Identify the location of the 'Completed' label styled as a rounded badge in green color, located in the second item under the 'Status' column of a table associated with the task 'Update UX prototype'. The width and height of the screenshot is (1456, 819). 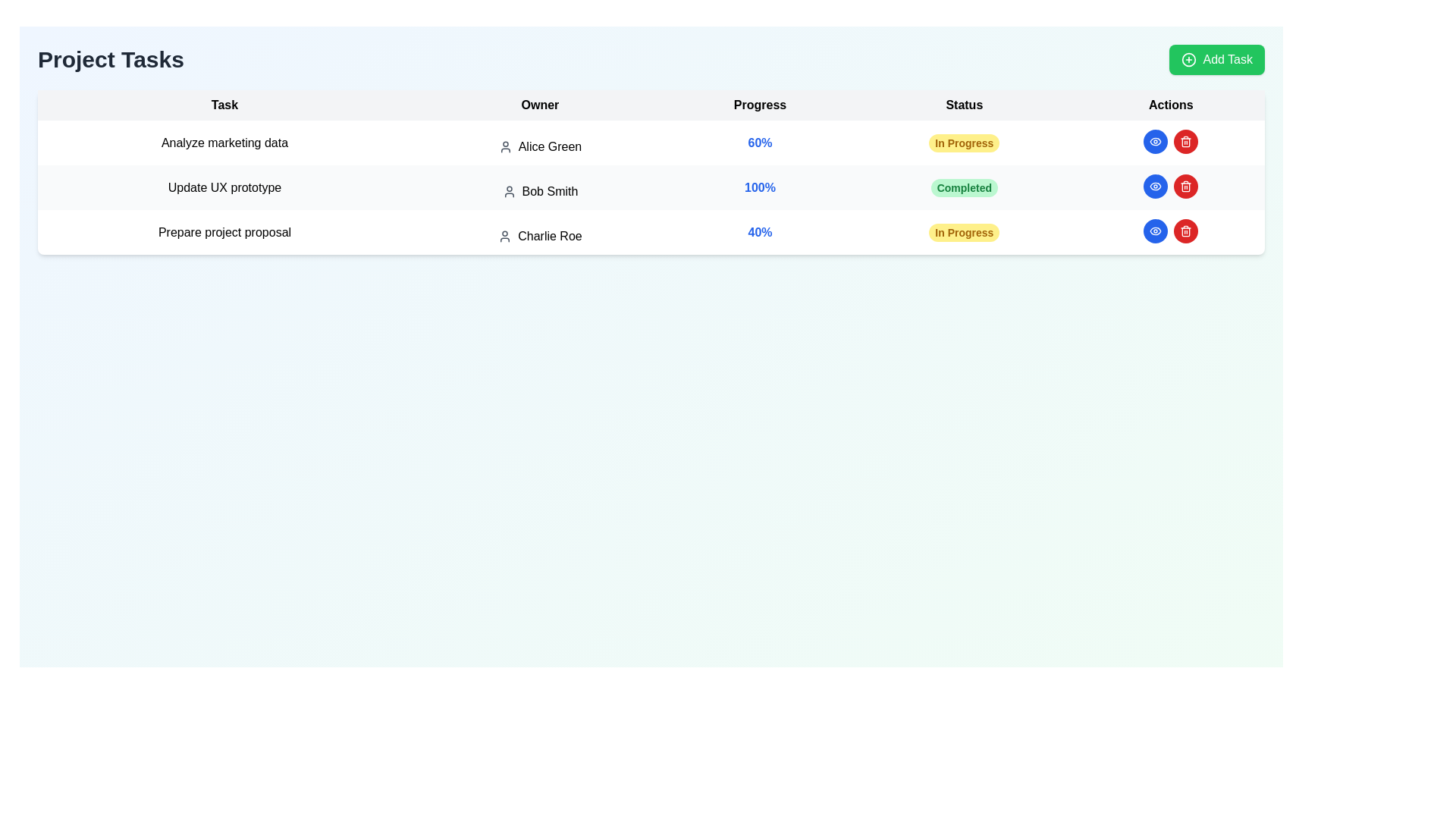
(963, 187).